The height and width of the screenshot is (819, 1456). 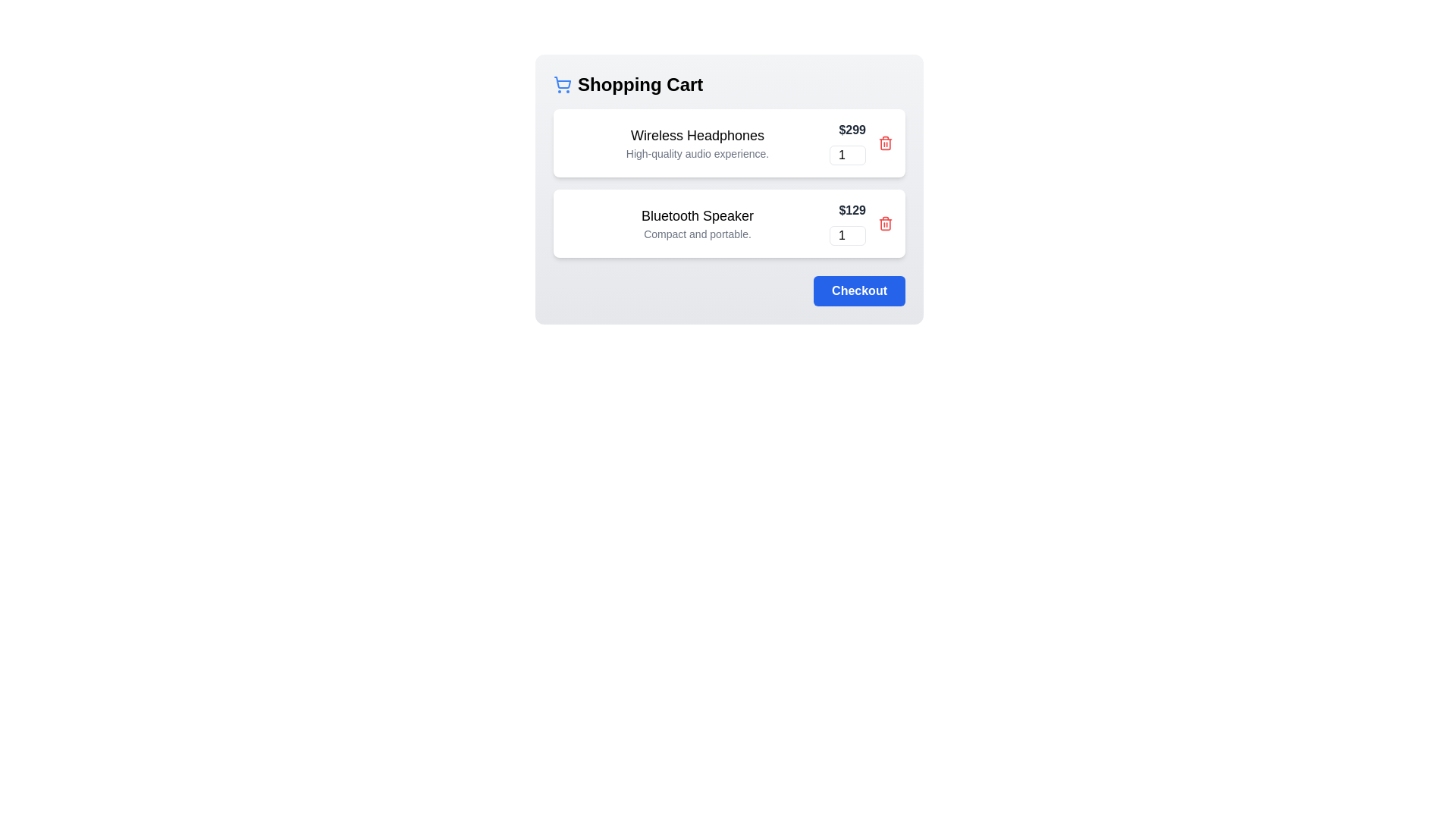 What do you see at coordinates (847, 155) in the screenshot?
I see `the quantity of the item to 78 by interacting with the input field` at bounding box center [847, 155].